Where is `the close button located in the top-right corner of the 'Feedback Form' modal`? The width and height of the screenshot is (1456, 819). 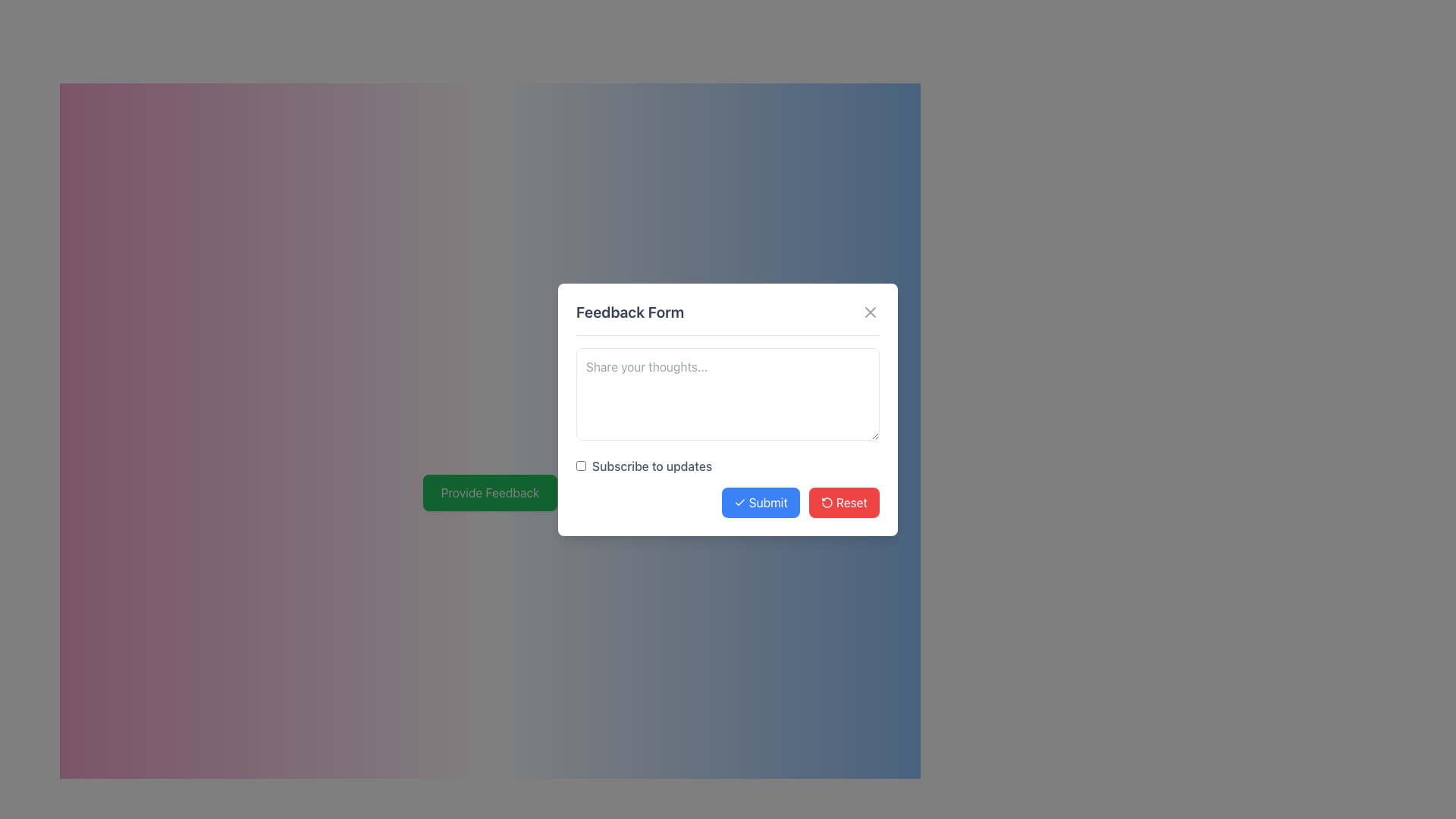
the close button located in the top-right corner of the 'Feedback Form' modal is located at coordinates (870, 311).